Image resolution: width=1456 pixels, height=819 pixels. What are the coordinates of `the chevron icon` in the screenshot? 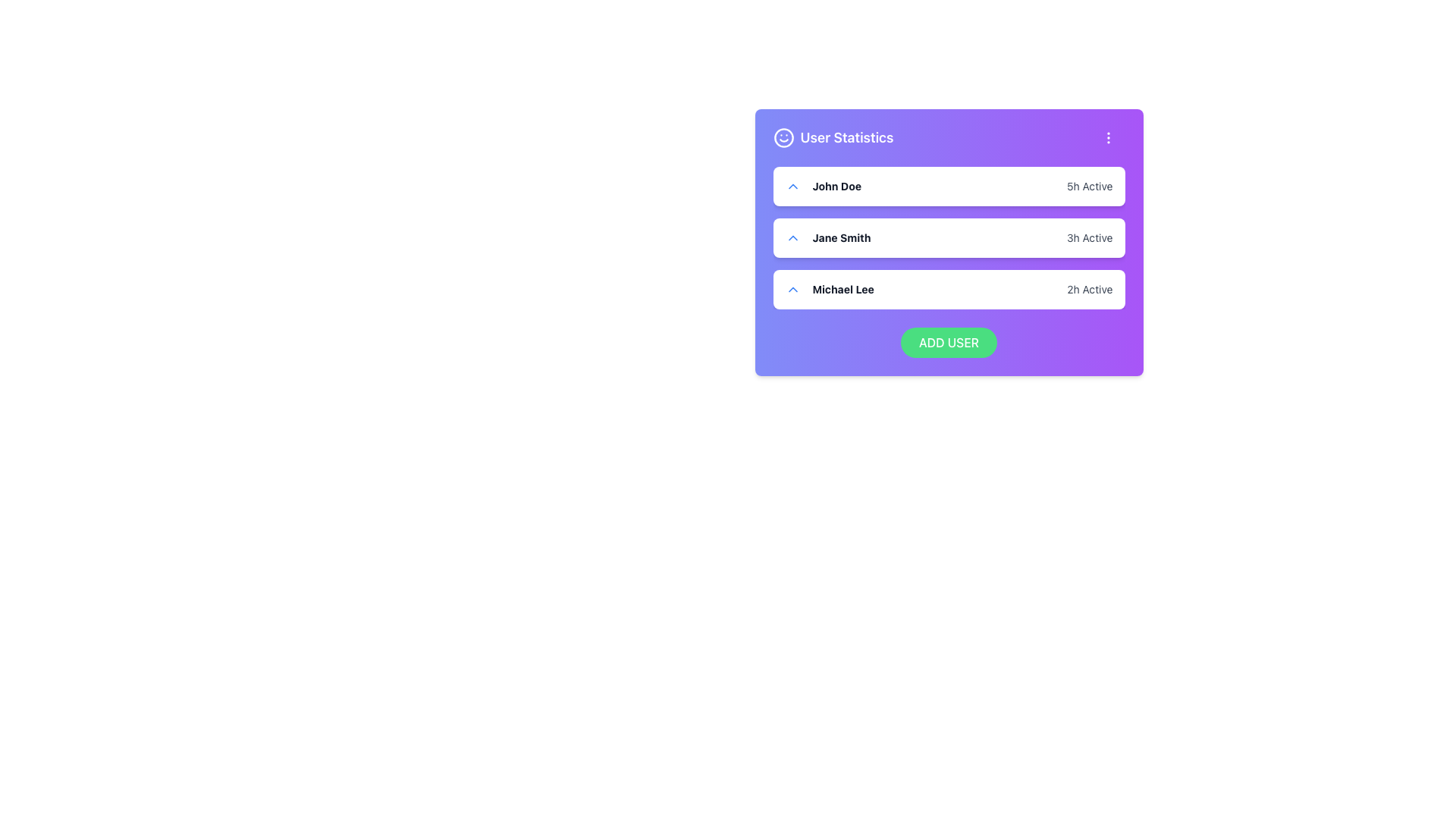 It's located at (792, 237).